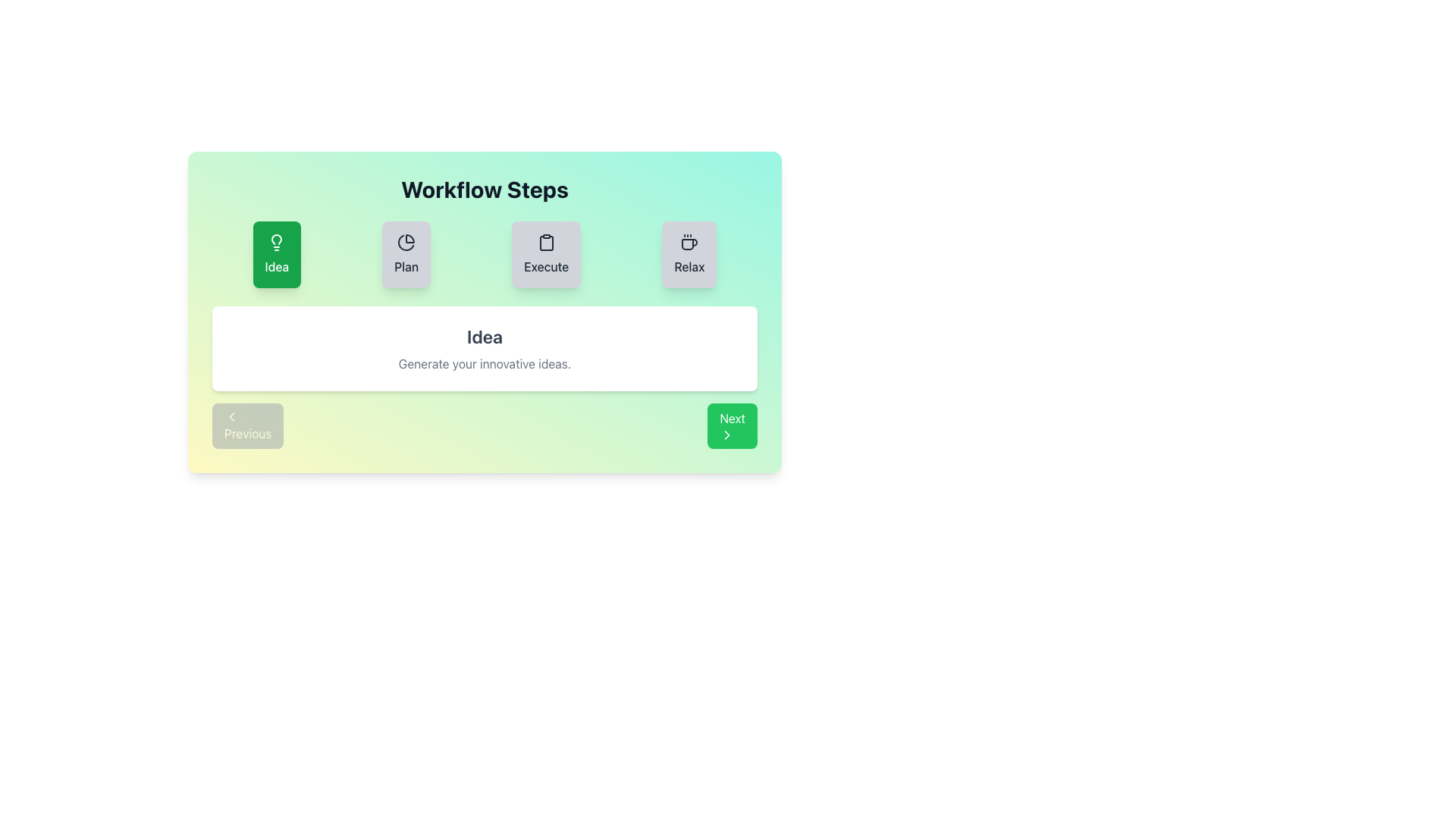 The width and height of the screenshot is (1456, 819). I want to click on the 'Plan' button, which is the second button in the workflow sequence, to possibly see a tooltip or change the style, so click(406, 253).